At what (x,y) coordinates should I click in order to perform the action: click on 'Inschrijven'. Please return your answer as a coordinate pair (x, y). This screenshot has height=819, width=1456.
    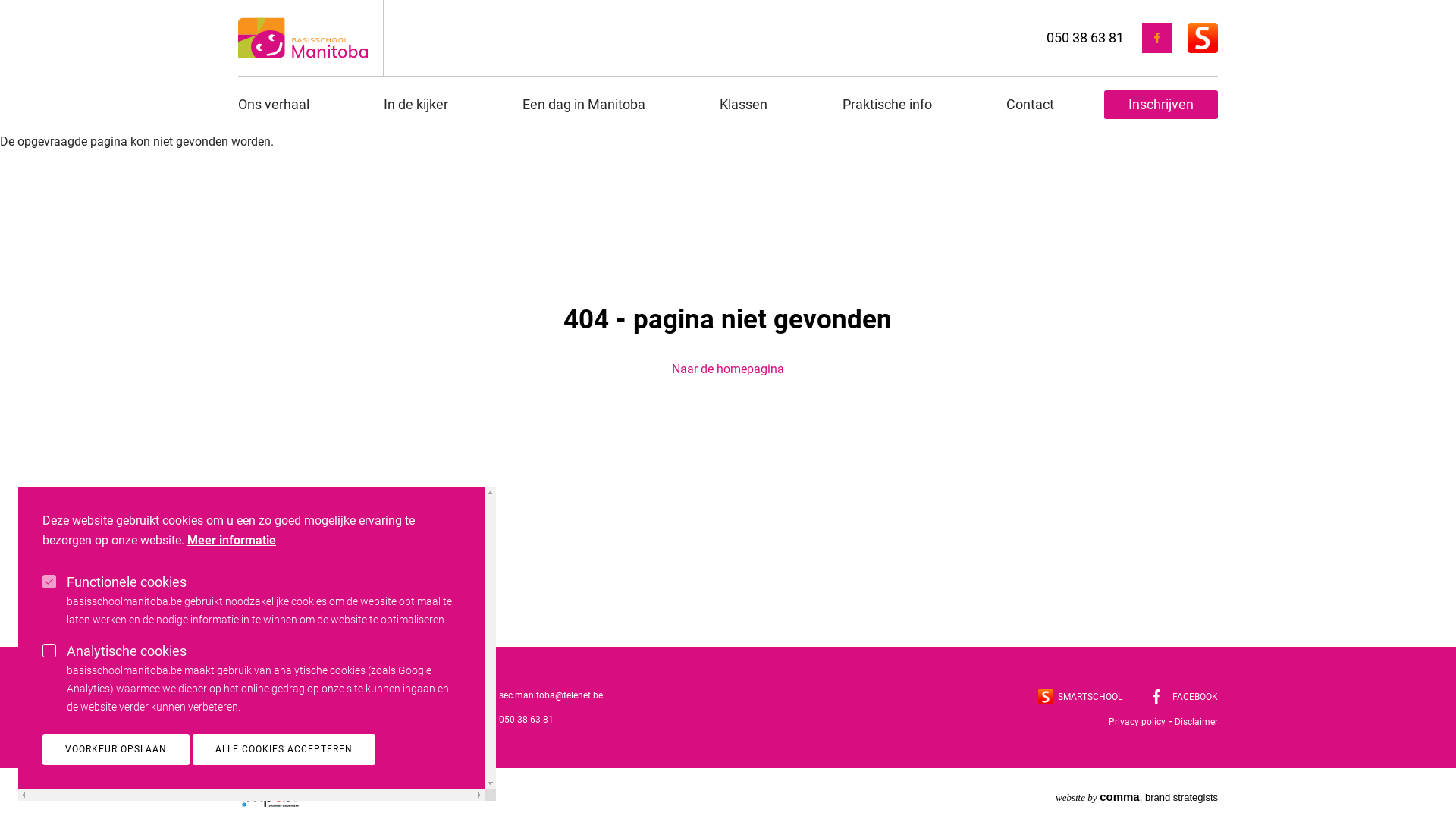
    Looking at the image, I should click on (1160, 104).